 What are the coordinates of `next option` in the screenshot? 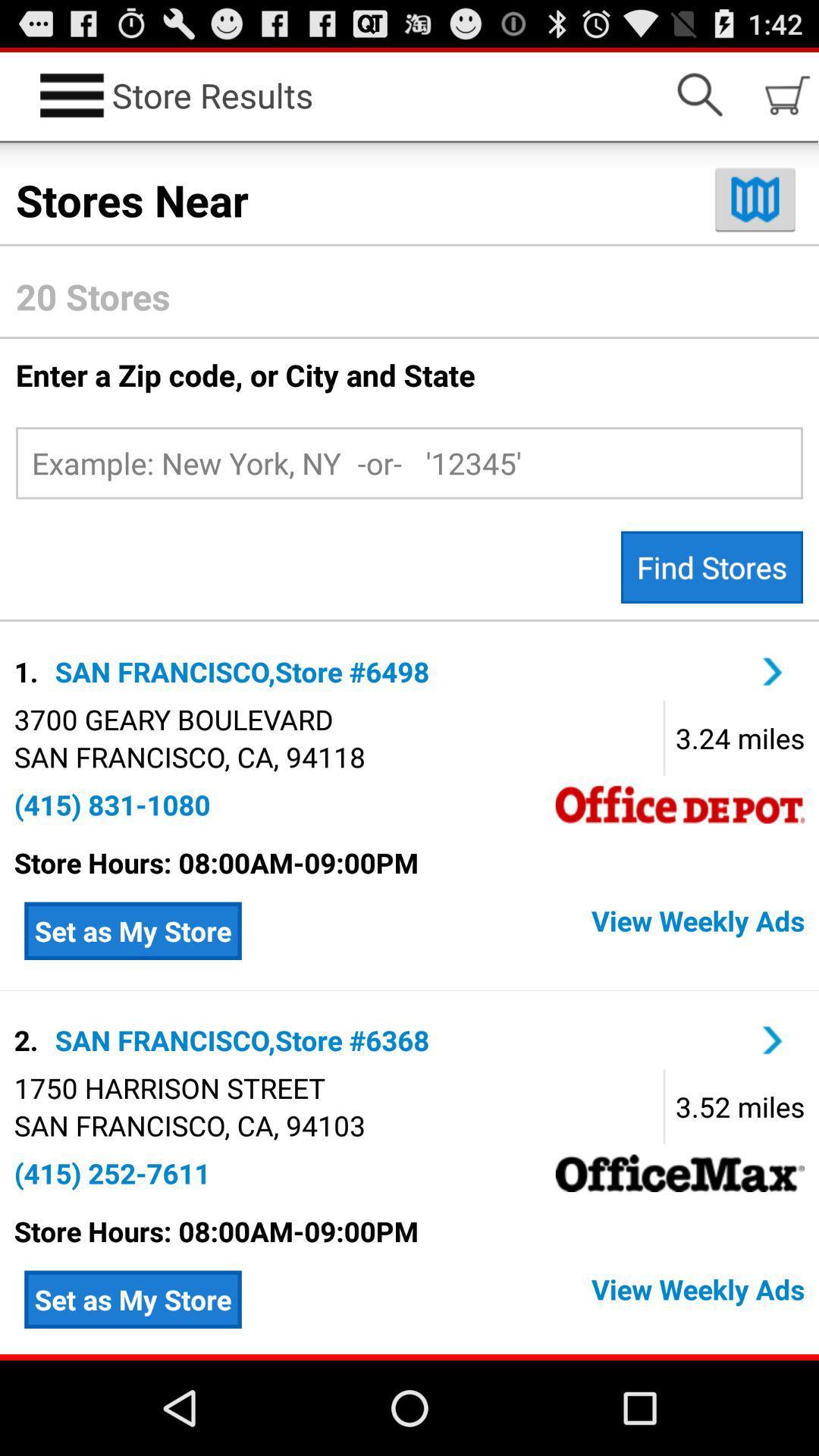 It's located at (773, 1039).